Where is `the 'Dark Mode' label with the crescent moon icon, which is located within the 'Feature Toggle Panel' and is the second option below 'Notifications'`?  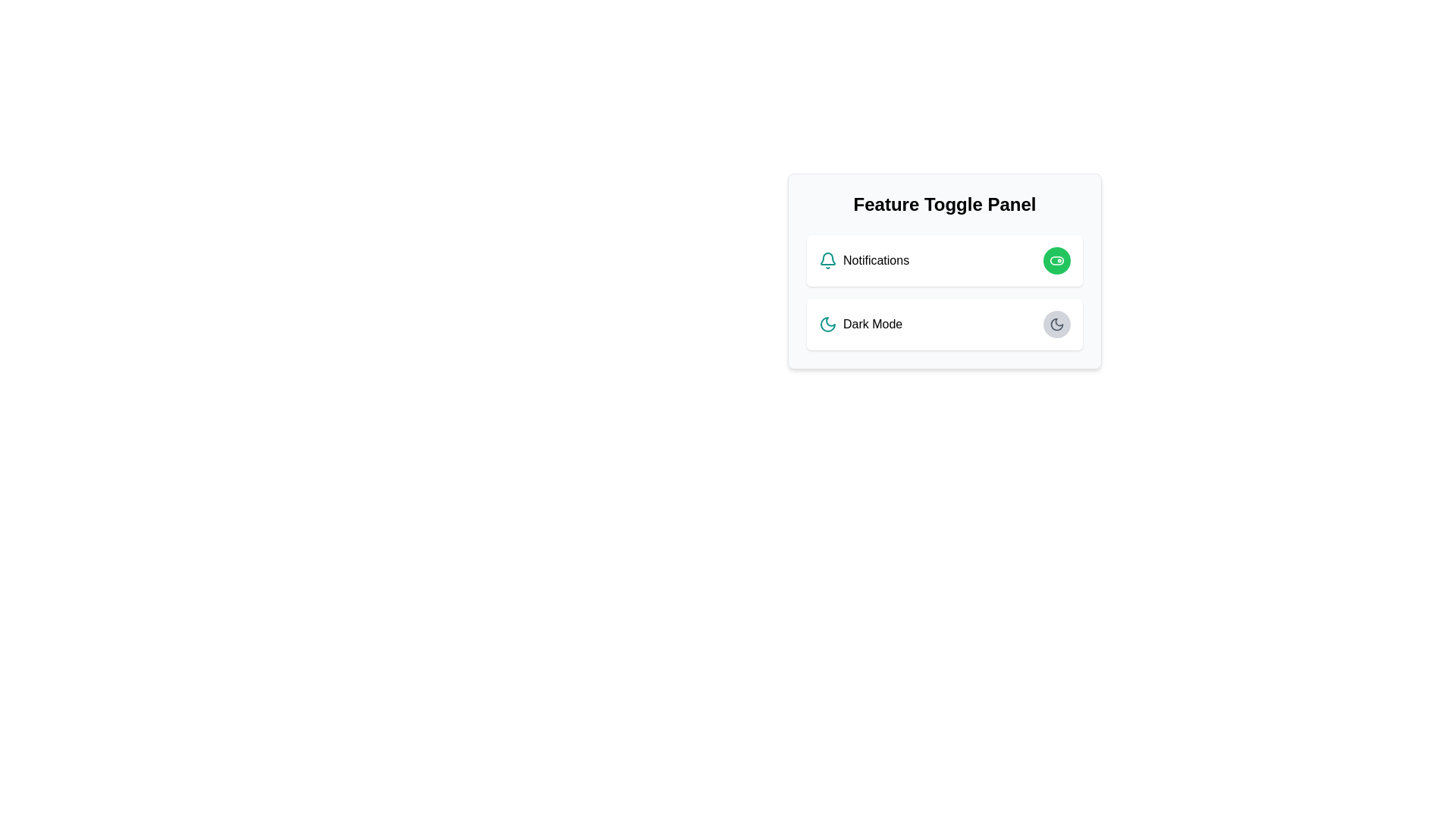
the 'Dark Mode' label with the crescent moon icon, which is located within the 'Feature Toggle Panel' and is the second option below 'Notifications' is located at coordinates (861, 324).